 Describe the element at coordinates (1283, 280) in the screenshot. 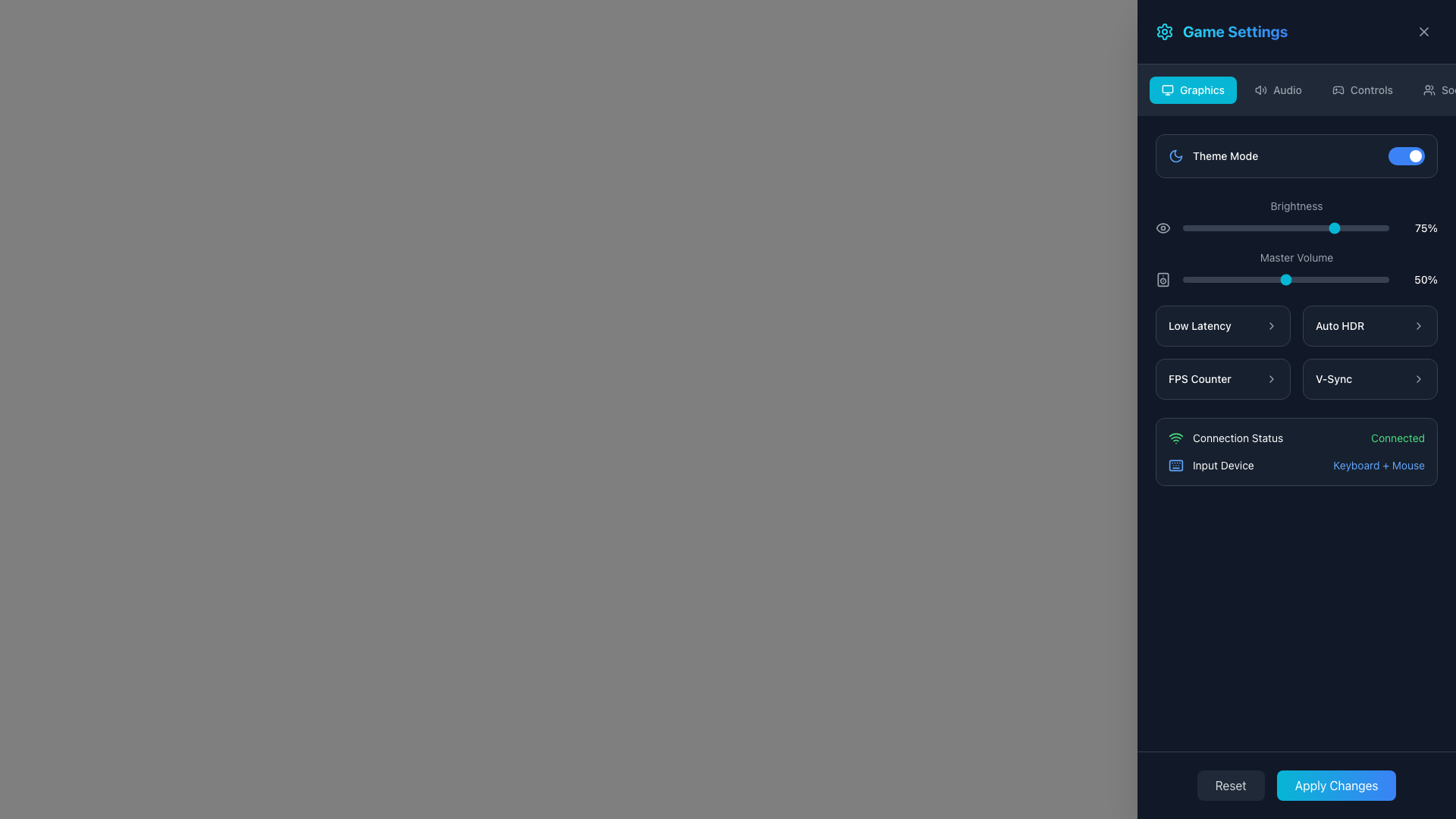

I see `the Master Volume` at that location.